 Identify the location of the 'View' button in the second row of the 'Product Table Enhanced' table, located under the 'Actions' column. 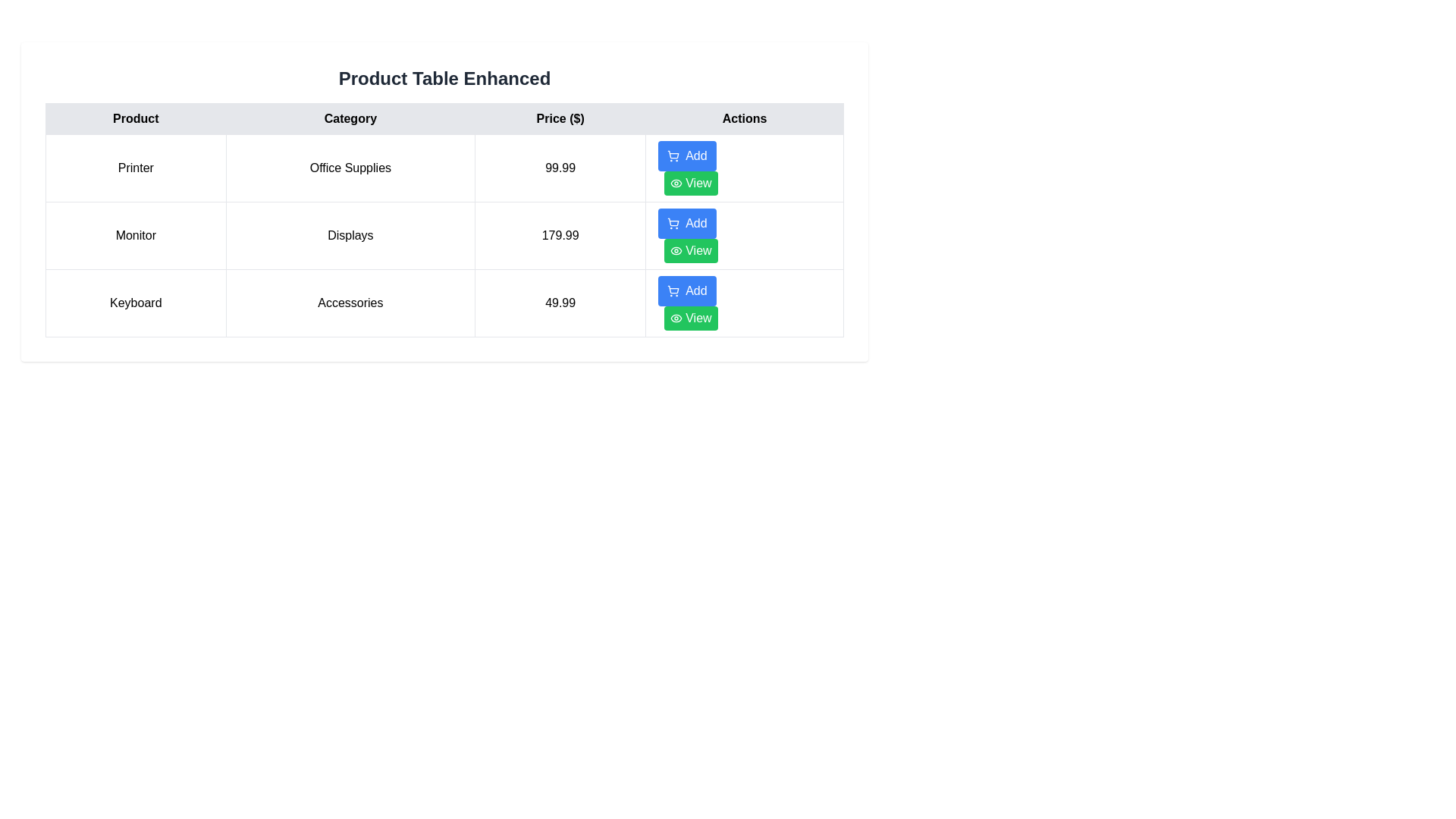
(676, 250).